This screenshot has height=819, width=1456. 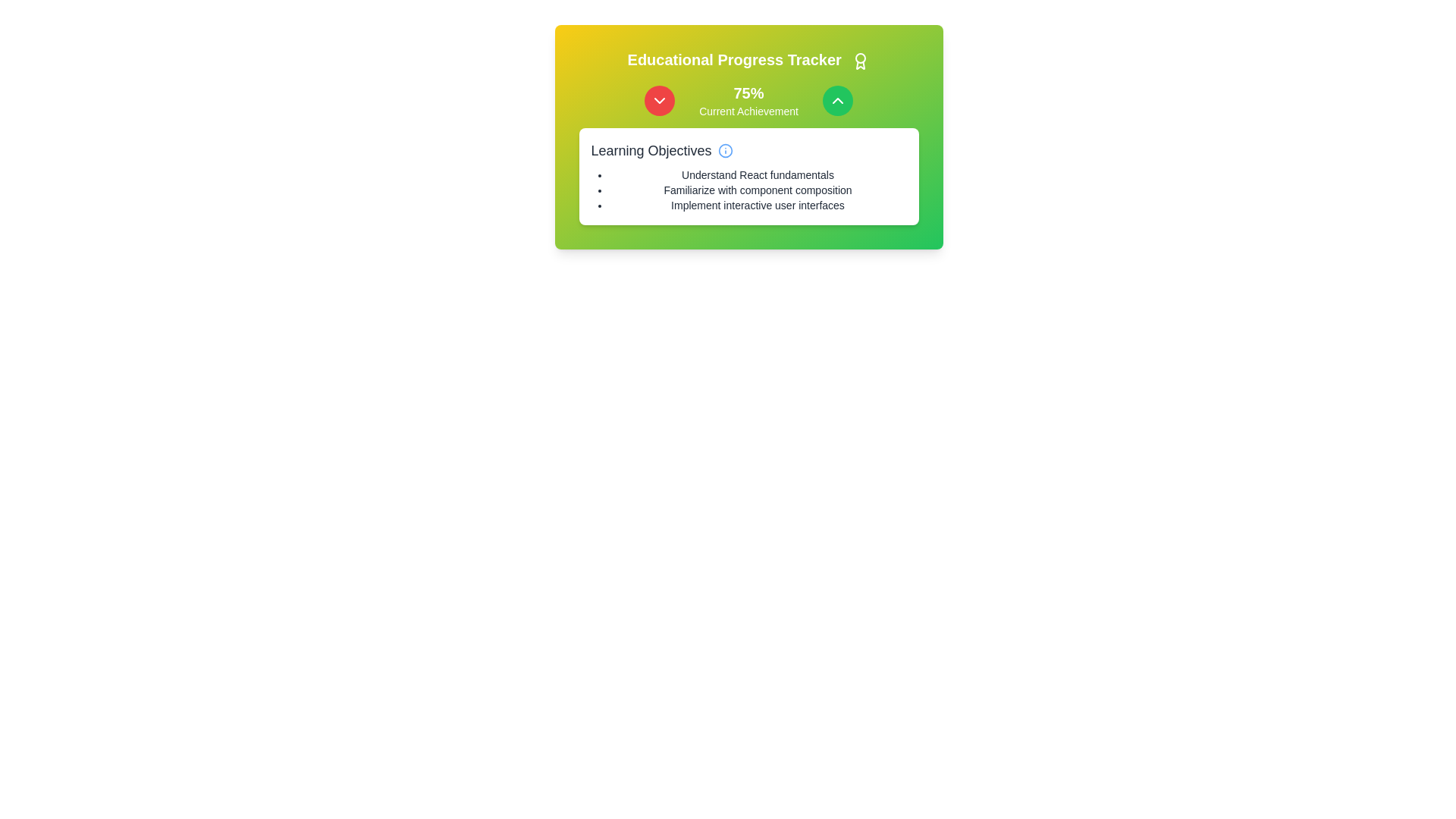 What do you see at coordinates (758, 205) in the screenshot?
I see `the text label that reads 'Implement interactive user interfaces', which is the third item in the vertical bulleted list under the 'Learning Objectives' section` at bounding box center [758, 205].